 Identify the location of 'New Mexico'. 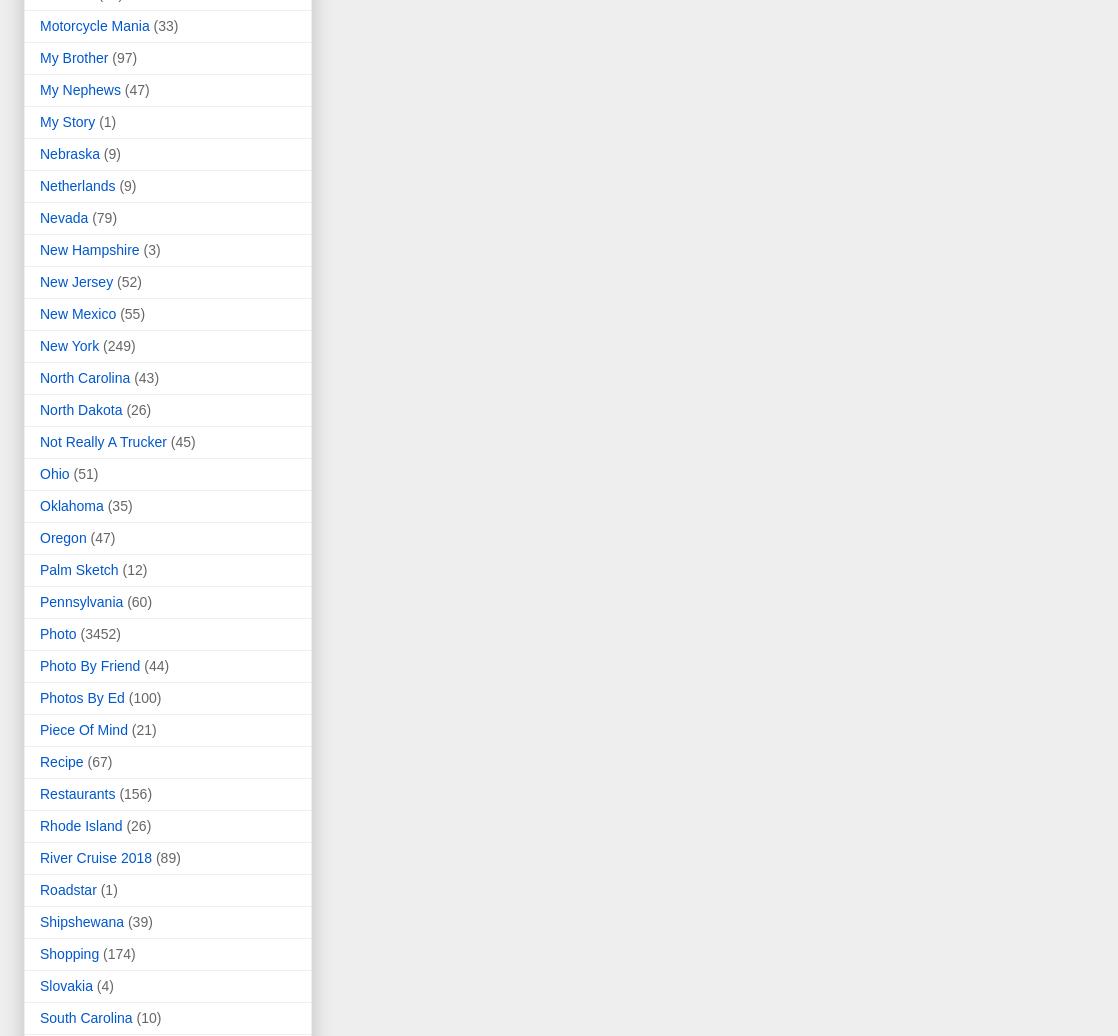
(78, 314).